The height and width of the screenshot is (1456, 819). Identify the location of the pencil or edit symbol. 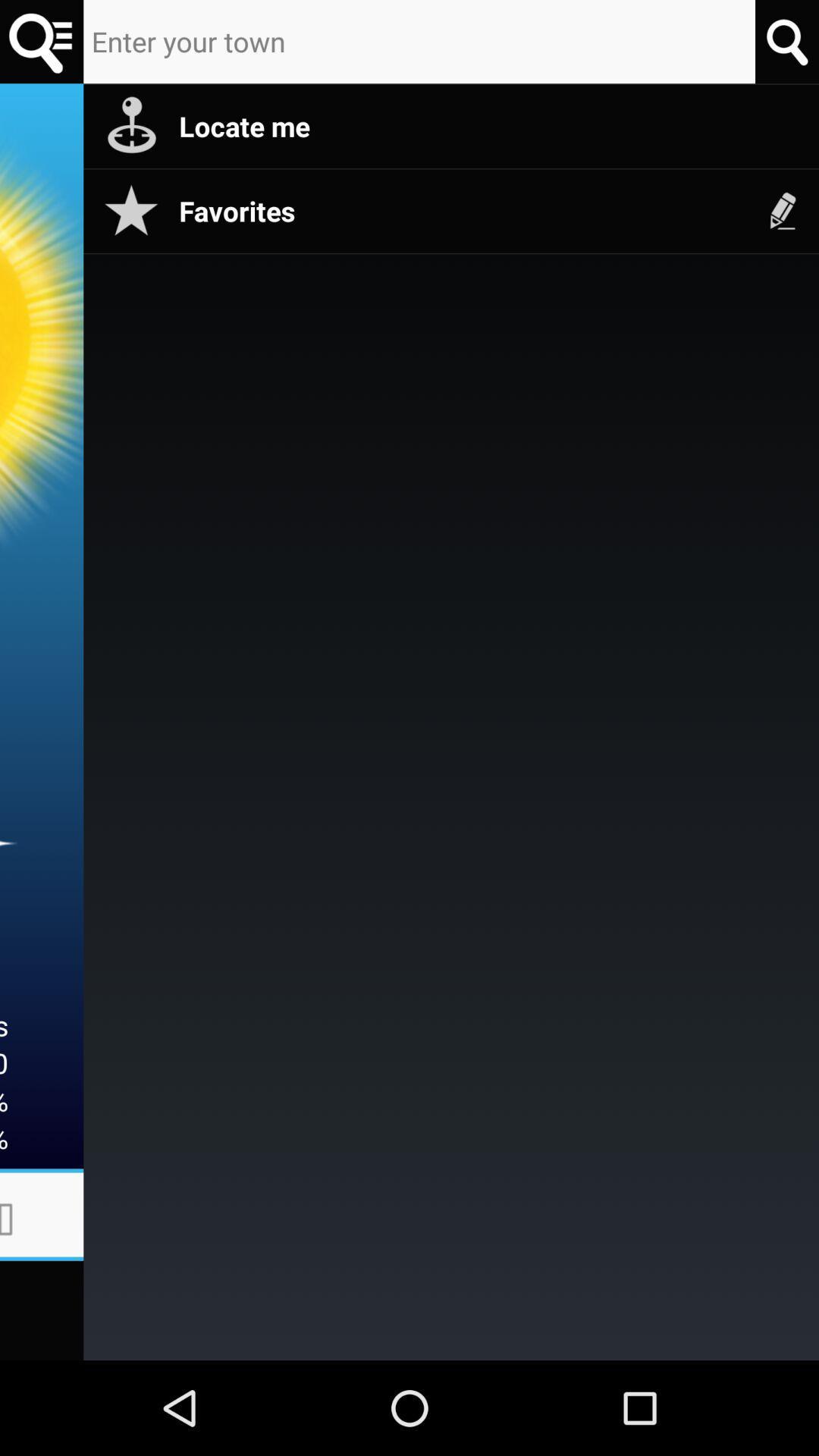
(783, 210).